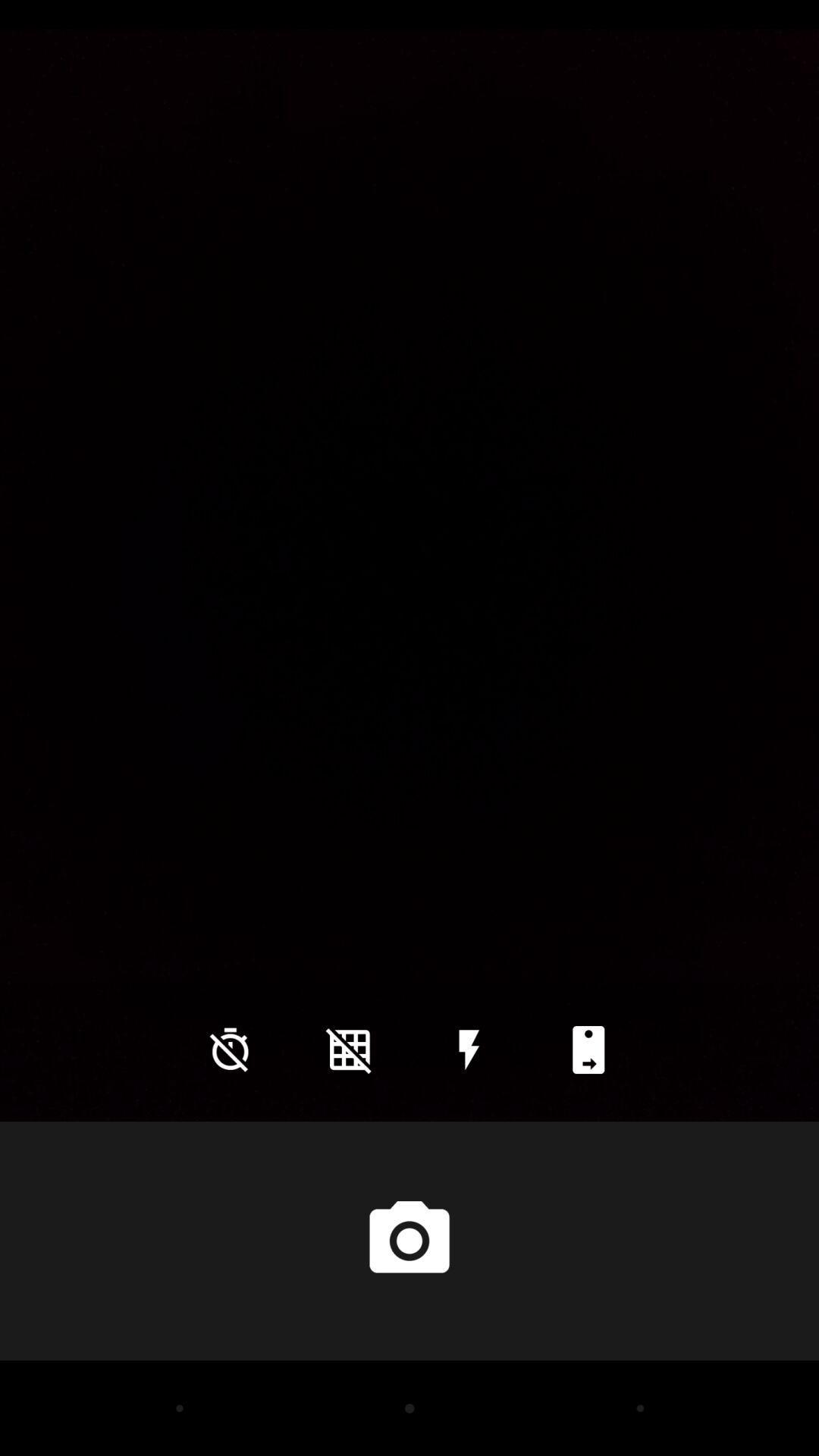 This screenshot has height=1456, width=819. Describe the element at coordinates (230, 1049) in the screenshot. I see `icon at the bottom left corner` at that location.